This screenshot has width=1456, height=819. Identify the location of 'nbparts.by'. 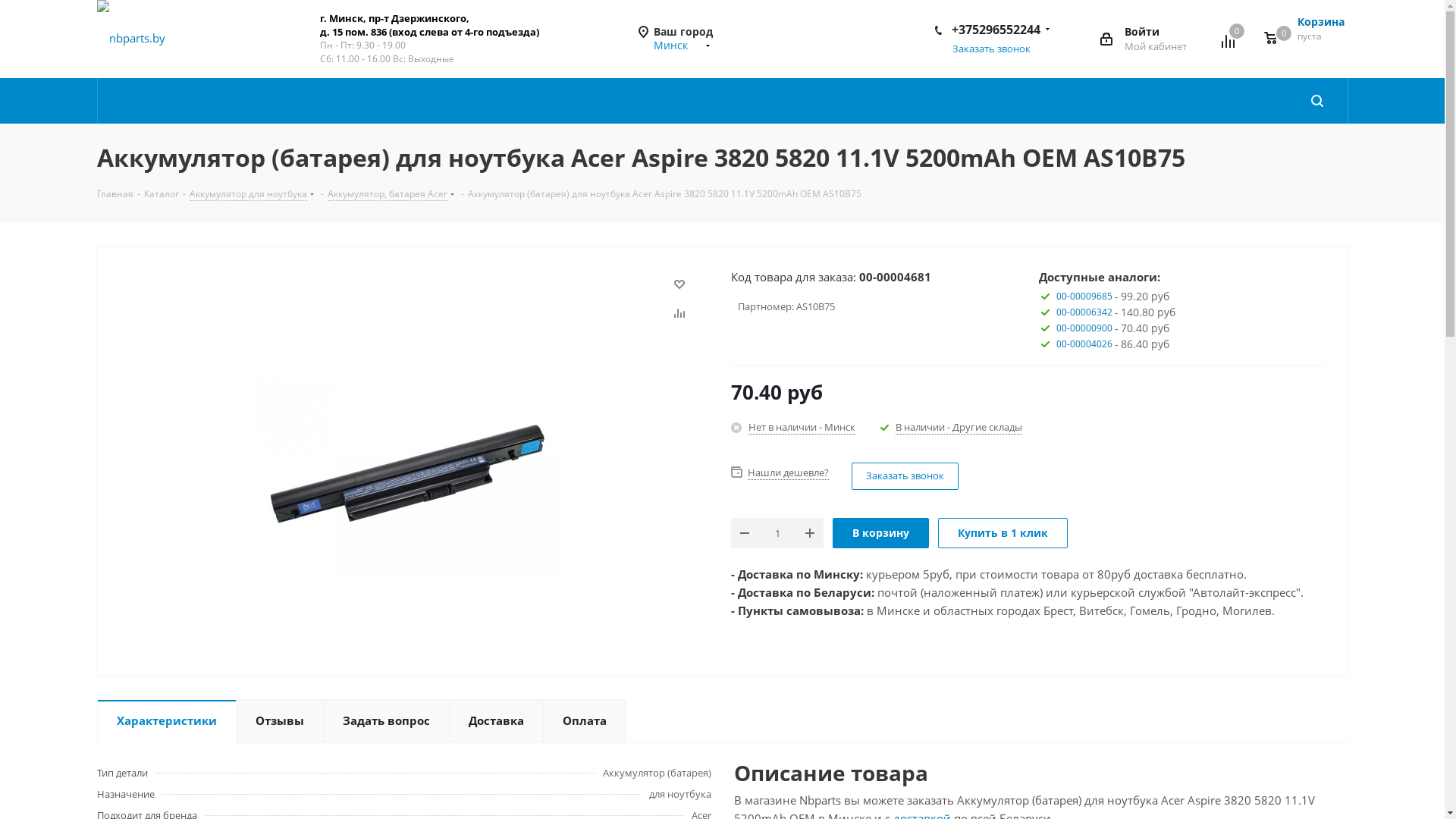
(130, 37).